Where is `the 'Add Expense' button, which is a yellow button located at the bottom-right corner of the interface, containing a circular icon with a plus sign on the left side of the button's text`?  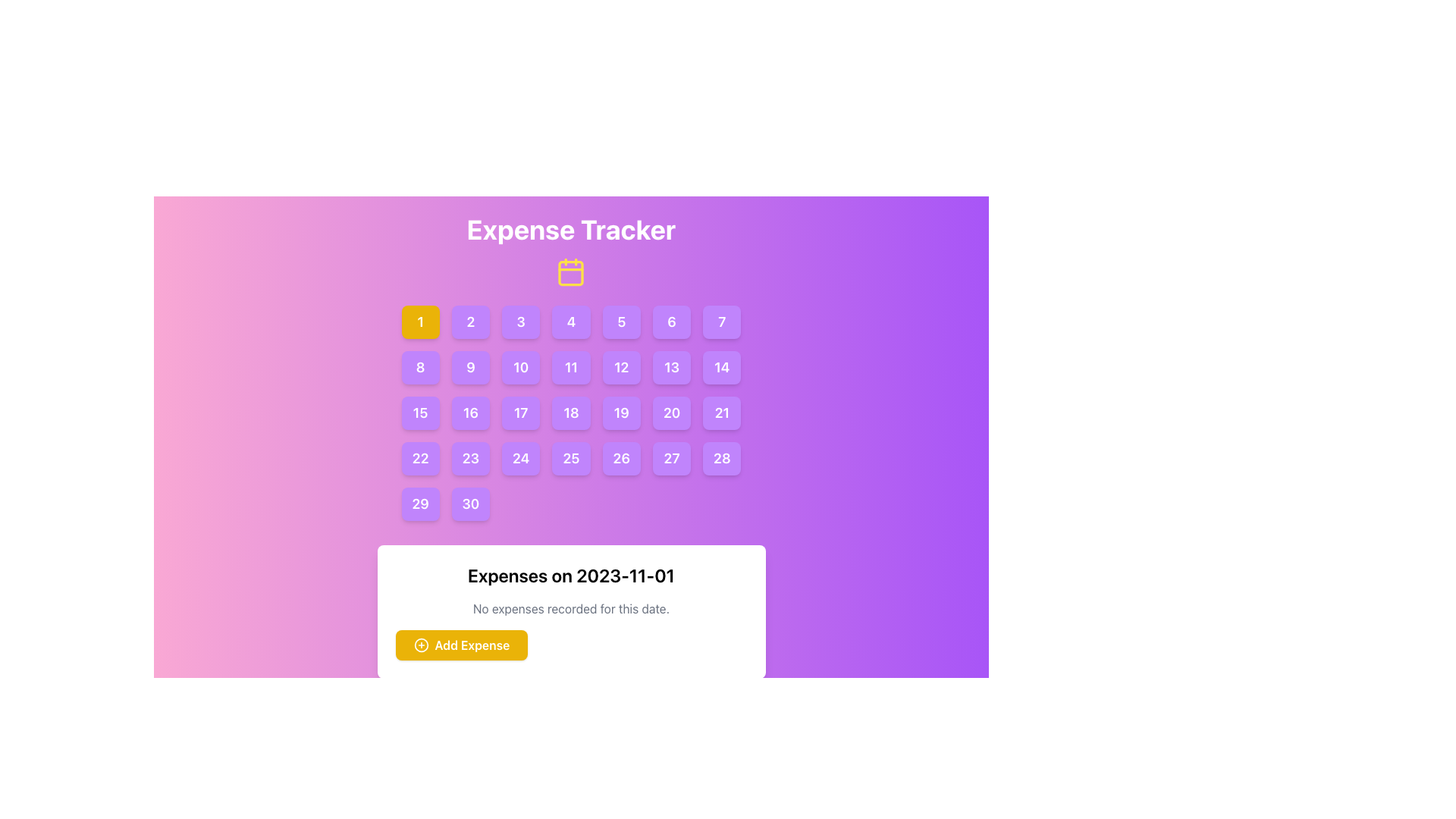
the 'Add Expense' button, which is a yellow button located at the bottom-right corner of the interface, containing a circular icon with a plus sign on the left side of the button's text is located at coordinates (421, 645).